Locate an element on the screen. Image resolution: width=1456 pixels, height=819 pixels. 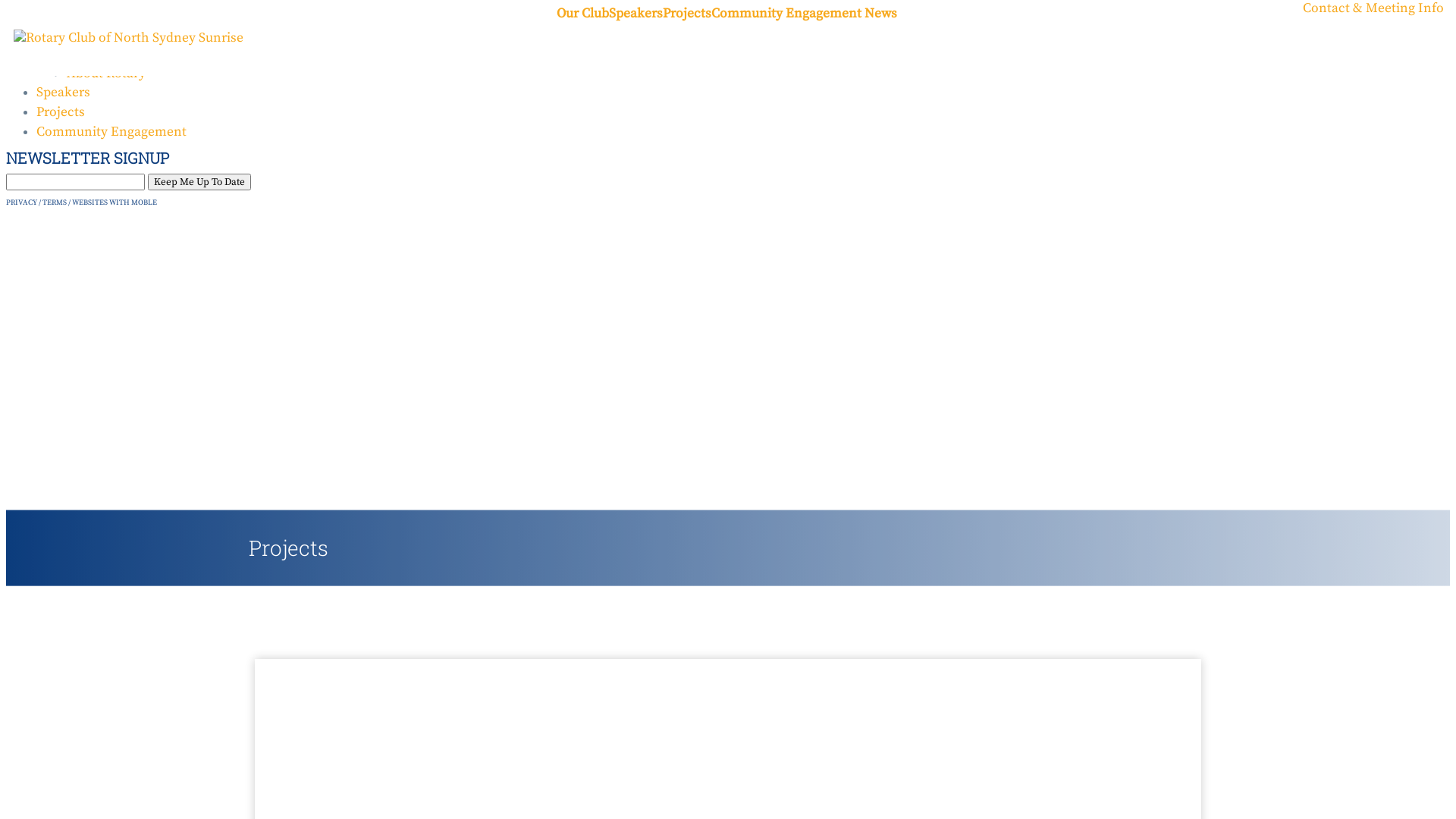
'Home' is located at coordinates (55, 14).